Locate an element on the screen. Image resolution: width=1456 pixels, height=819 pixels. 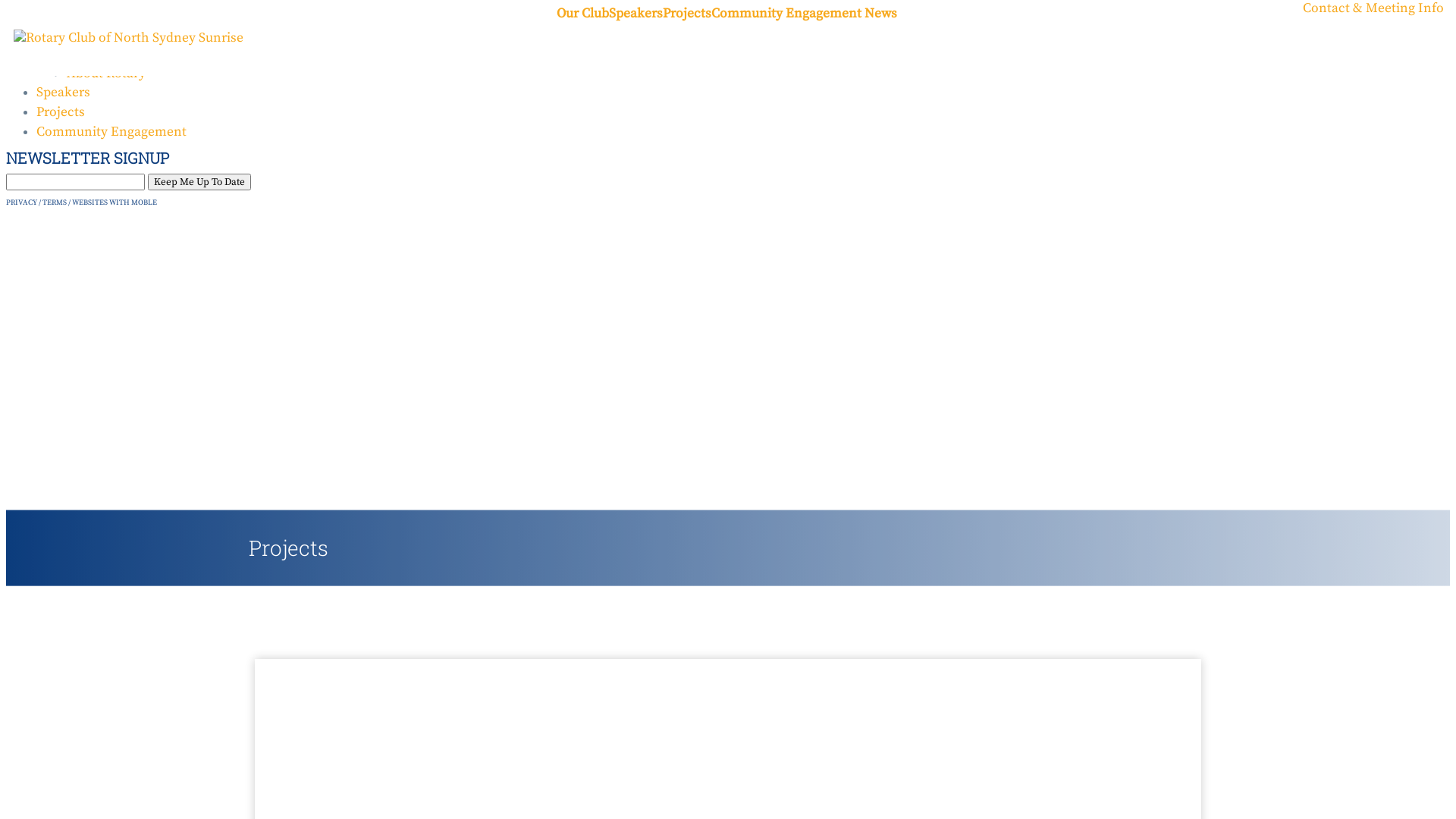
'Home' is located at coordinates (55, 14).